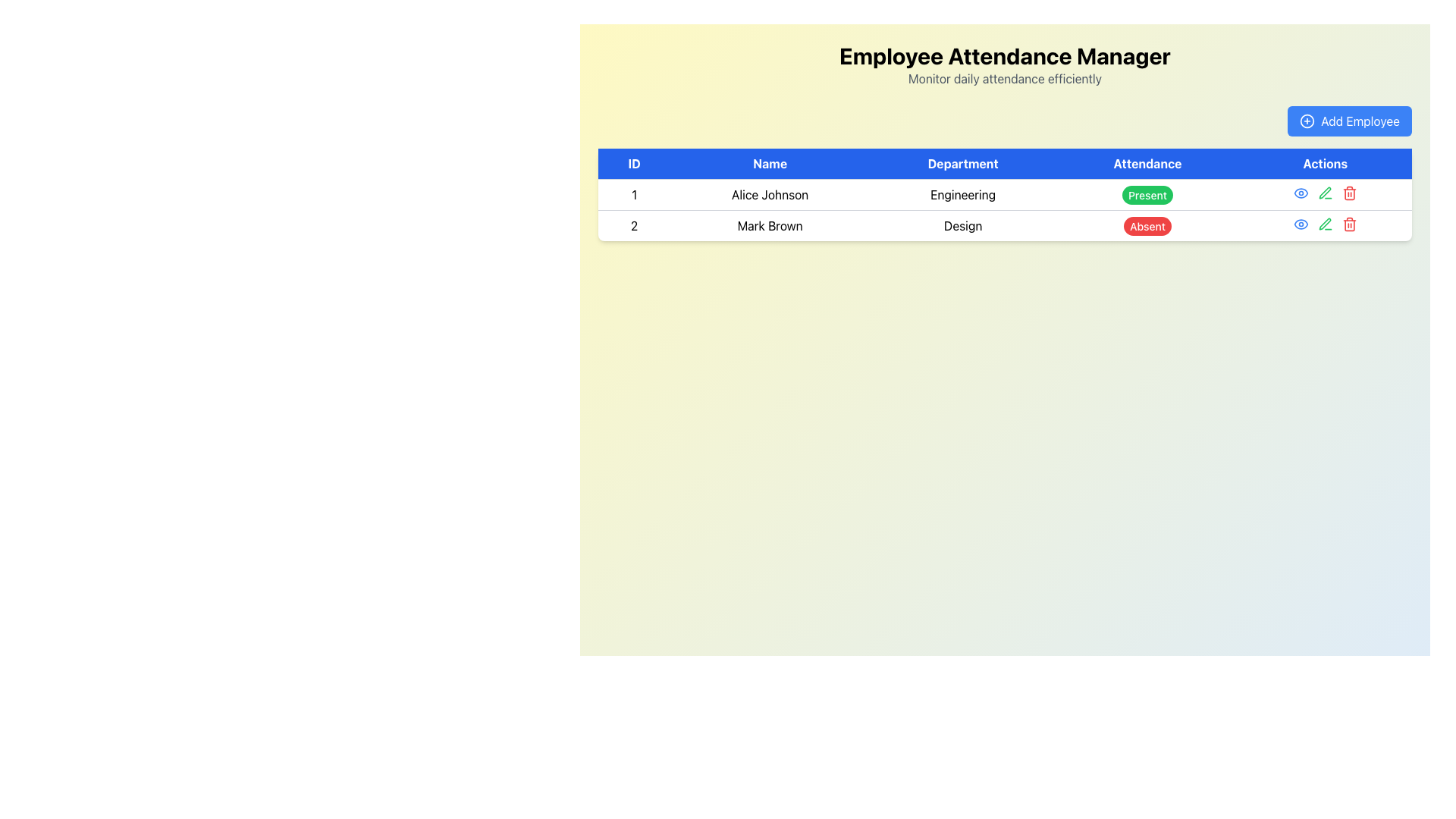 The width and height of the screenshot is (1456, 819). I want to click on the Trash Bin icon, which is the second icon under the 'Actions' column in the second row of the table for 'Mark Brown' in the 'Employee Attendance Manager' application, so click(1349, 193).